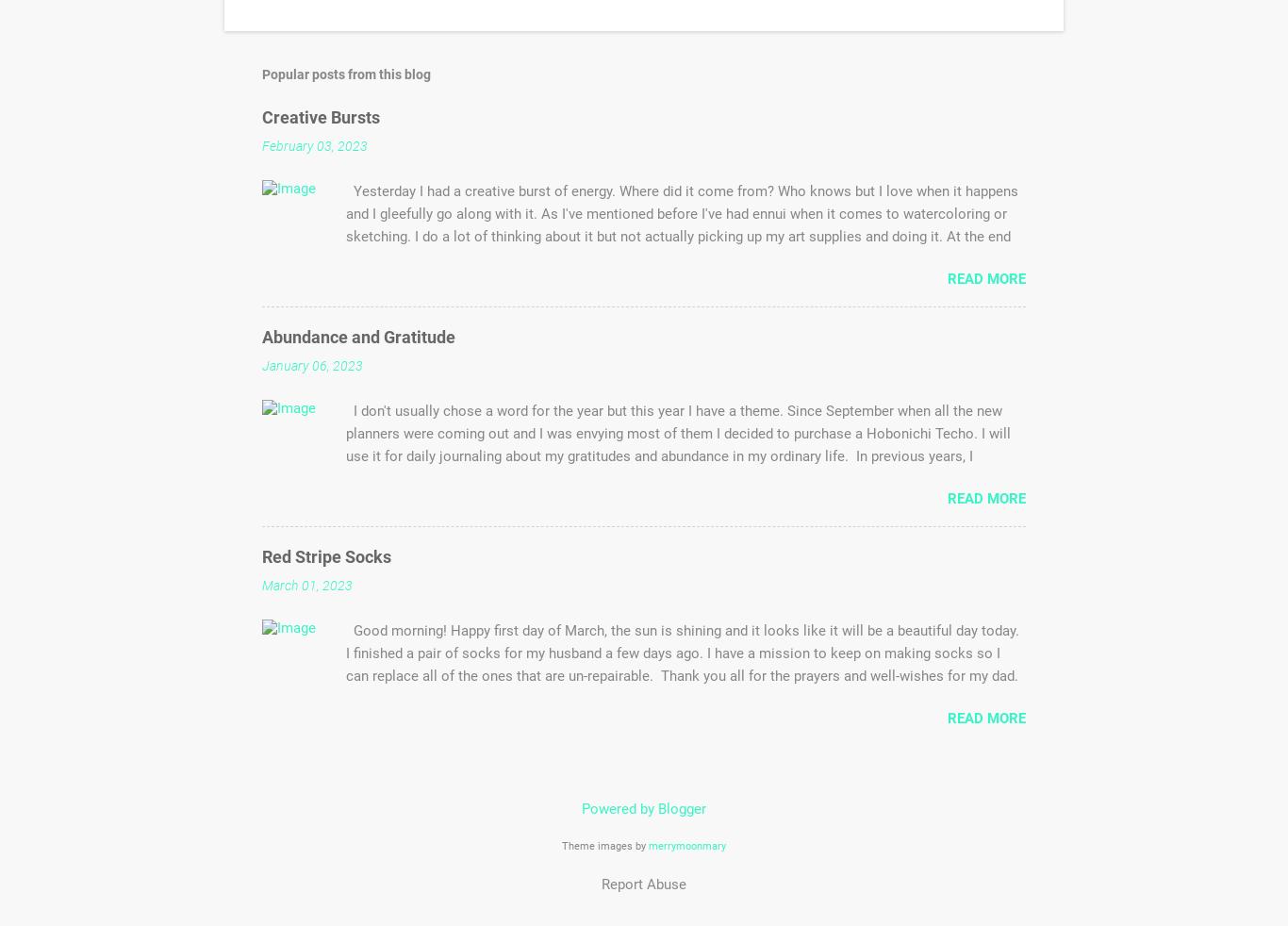 Image resolution: width=1288 pixels, height=926 pixels. What do you see at coordinates (649, 845) in the screenshot?
I see `'merrymoonmary'` at bounding box center [649, 845].